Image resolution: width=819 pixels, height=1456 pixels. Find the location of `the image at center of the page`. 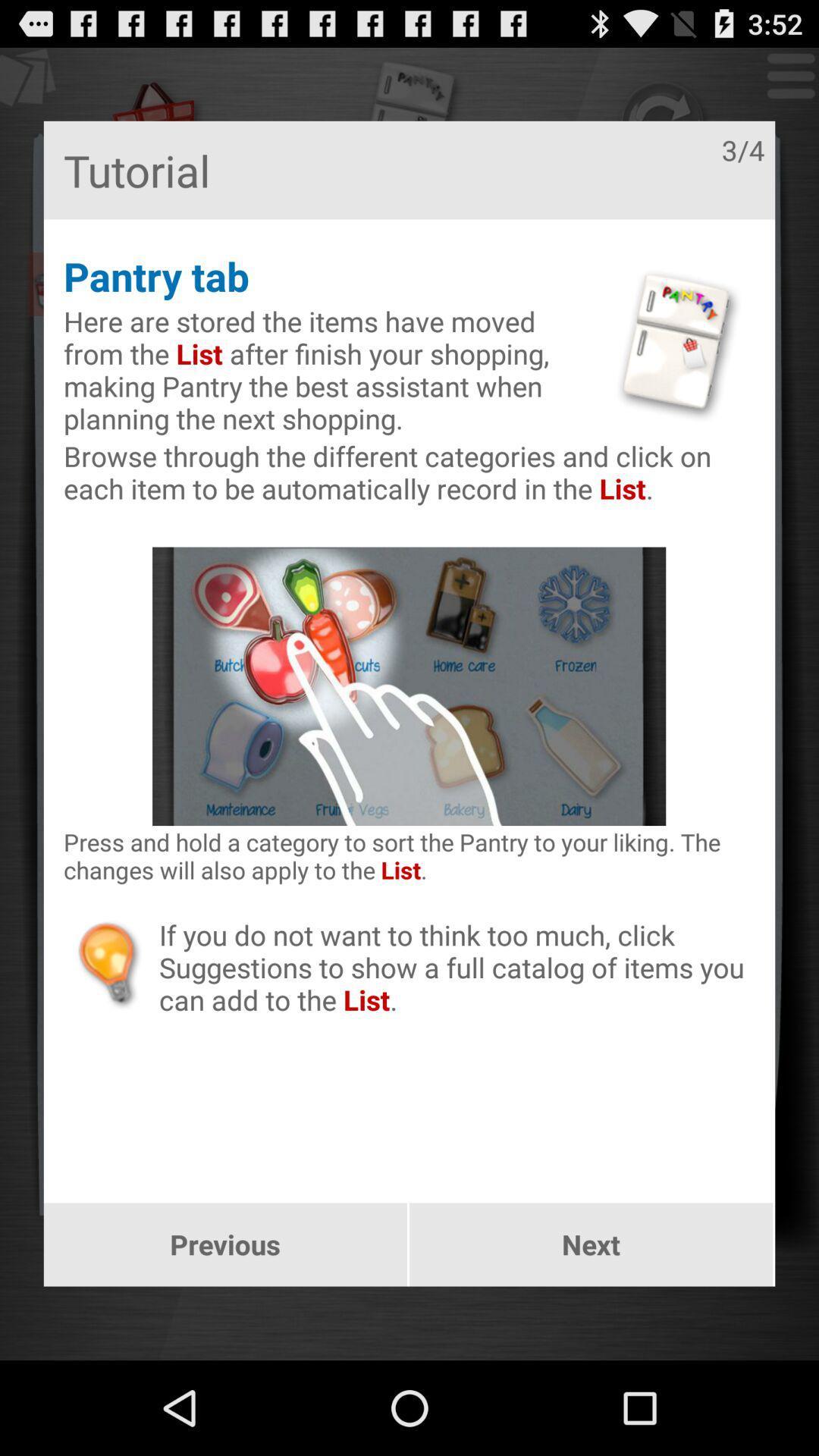

the image at center of the page is located at coordinates (408, 686).